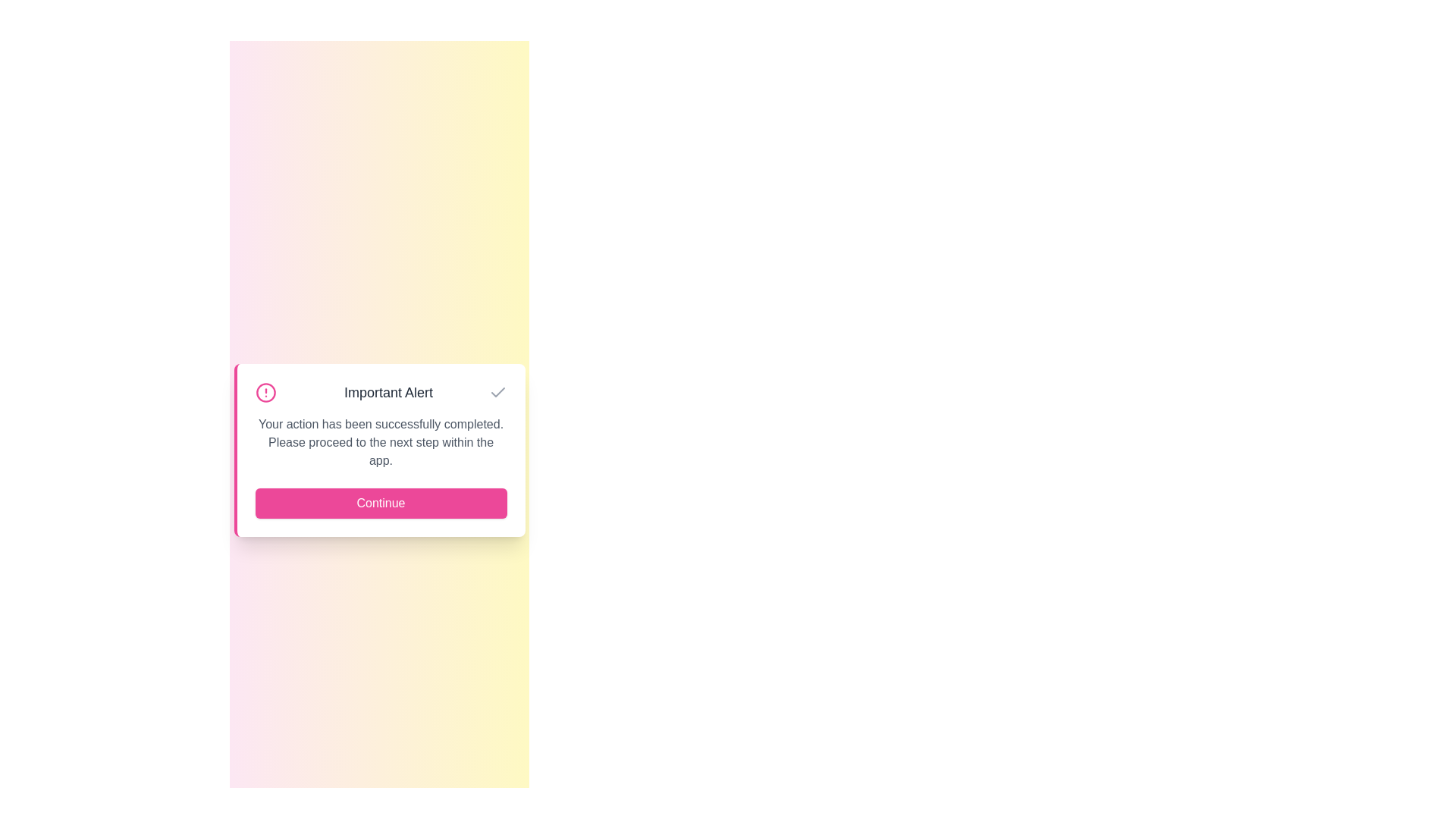 The height and width of the screenshot is (819, 1456). Describe the element at coordinates (381, 503) in the screenshot. I see `'Continue' button to proceed` at that location.